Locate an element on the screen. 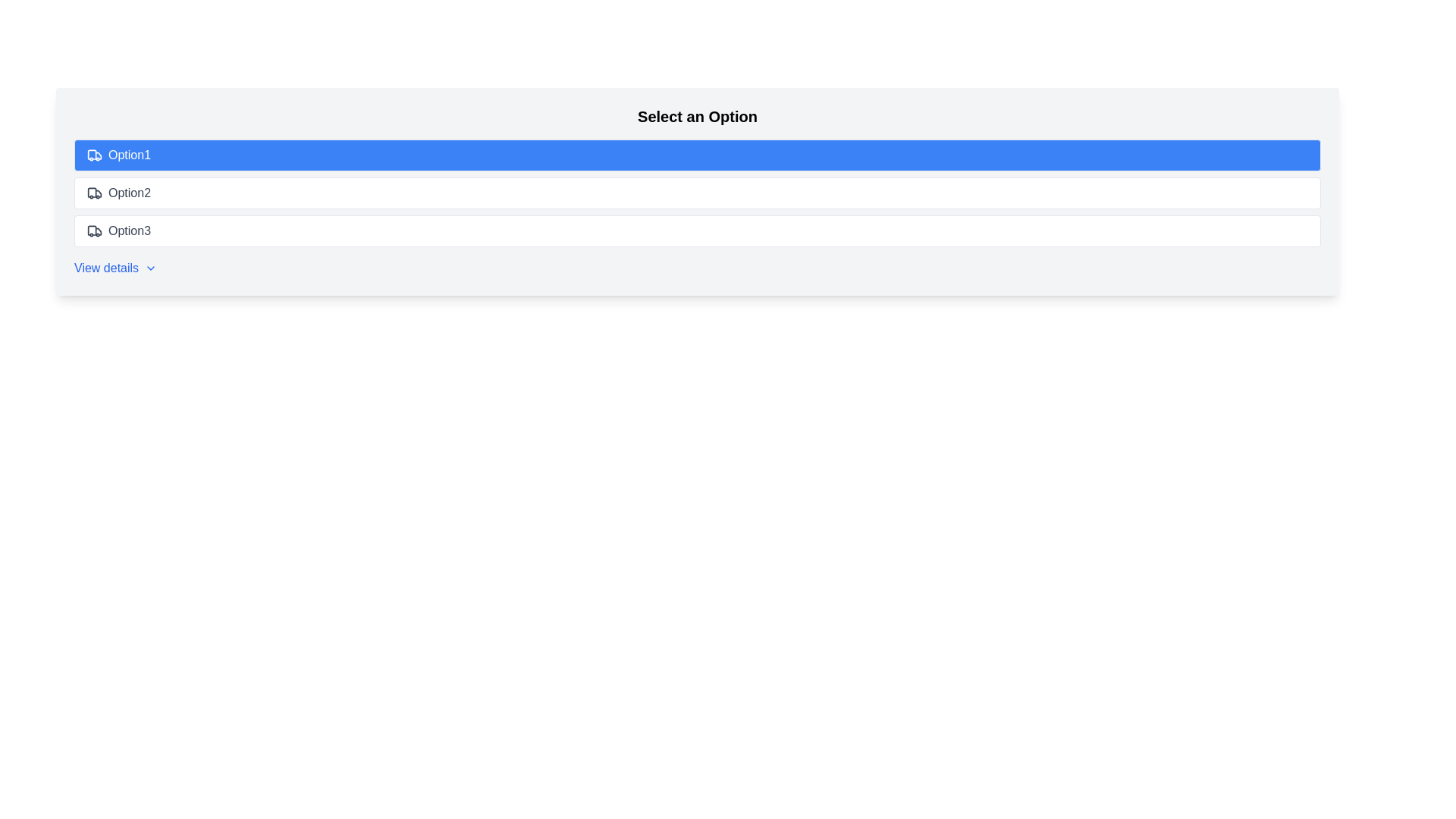 This screenshot has width=1456, height=819. the text label within the radio button component is located at coordinates (130, 155).